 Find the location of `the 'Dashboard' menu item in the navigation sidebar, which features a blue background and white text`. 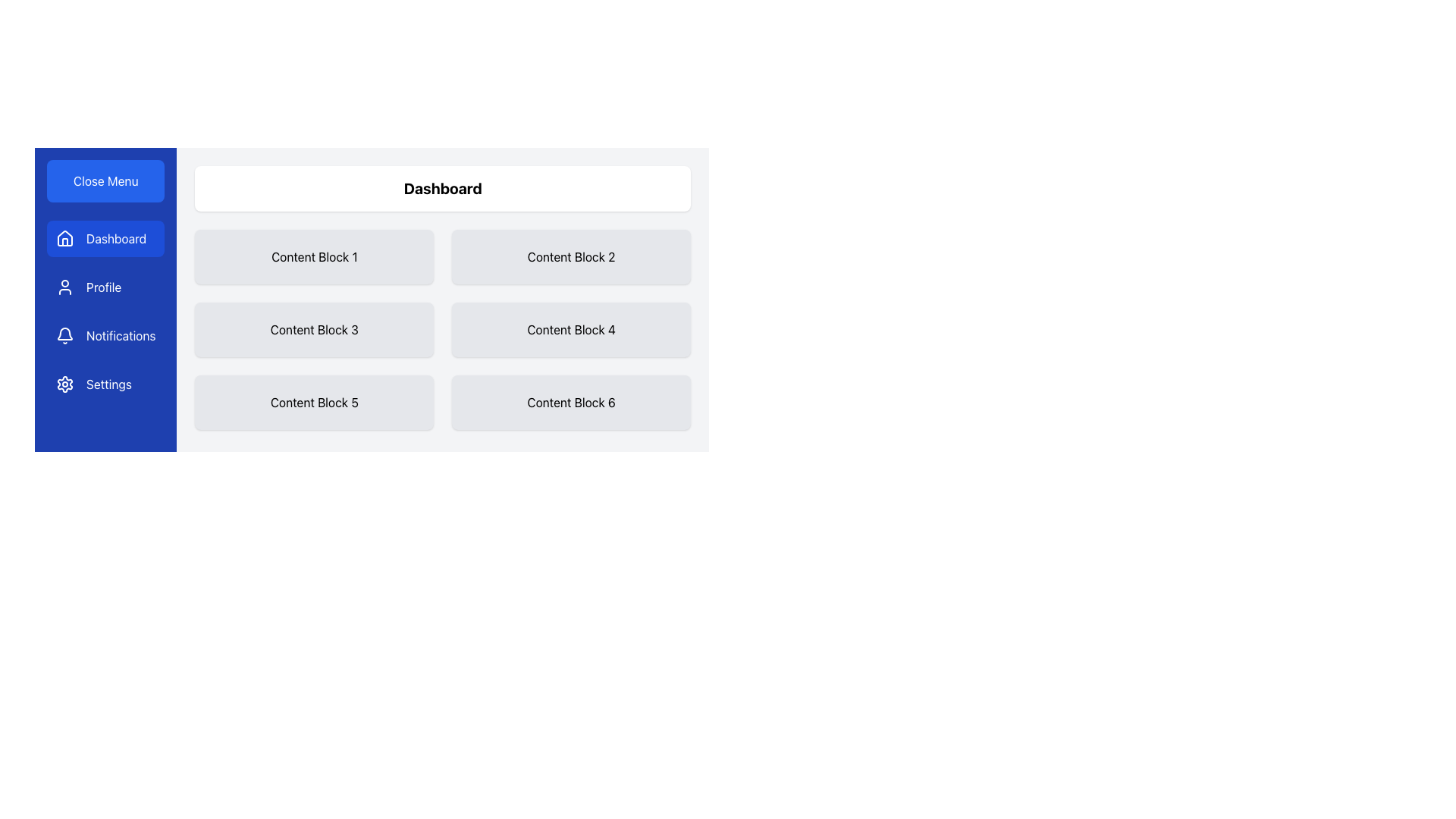

the 'Dashboard' menu item in the navigation sidebar, which features a blue background and white text is located at coordinates (105, 239).